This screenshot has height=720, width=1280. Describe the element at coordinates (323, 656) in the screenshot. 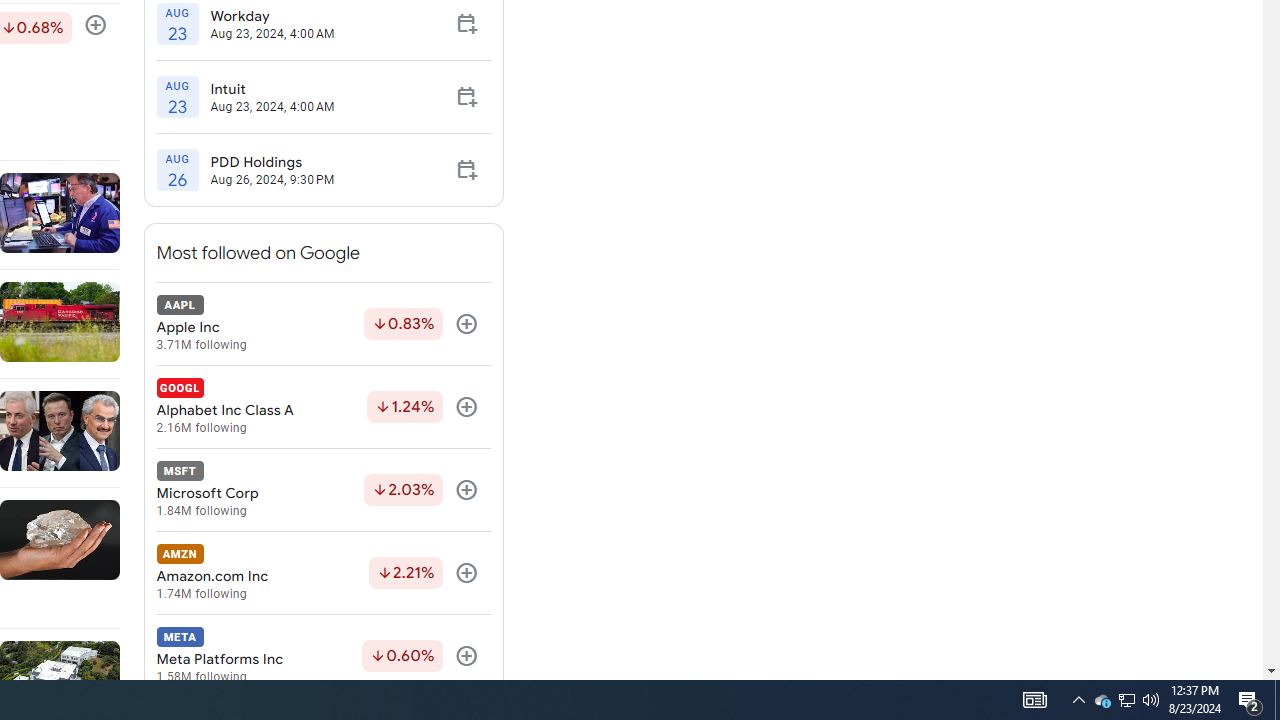

I see `'META Meta Platforms Inc 1.58M following Down by 0.60% Follow'` at that location.